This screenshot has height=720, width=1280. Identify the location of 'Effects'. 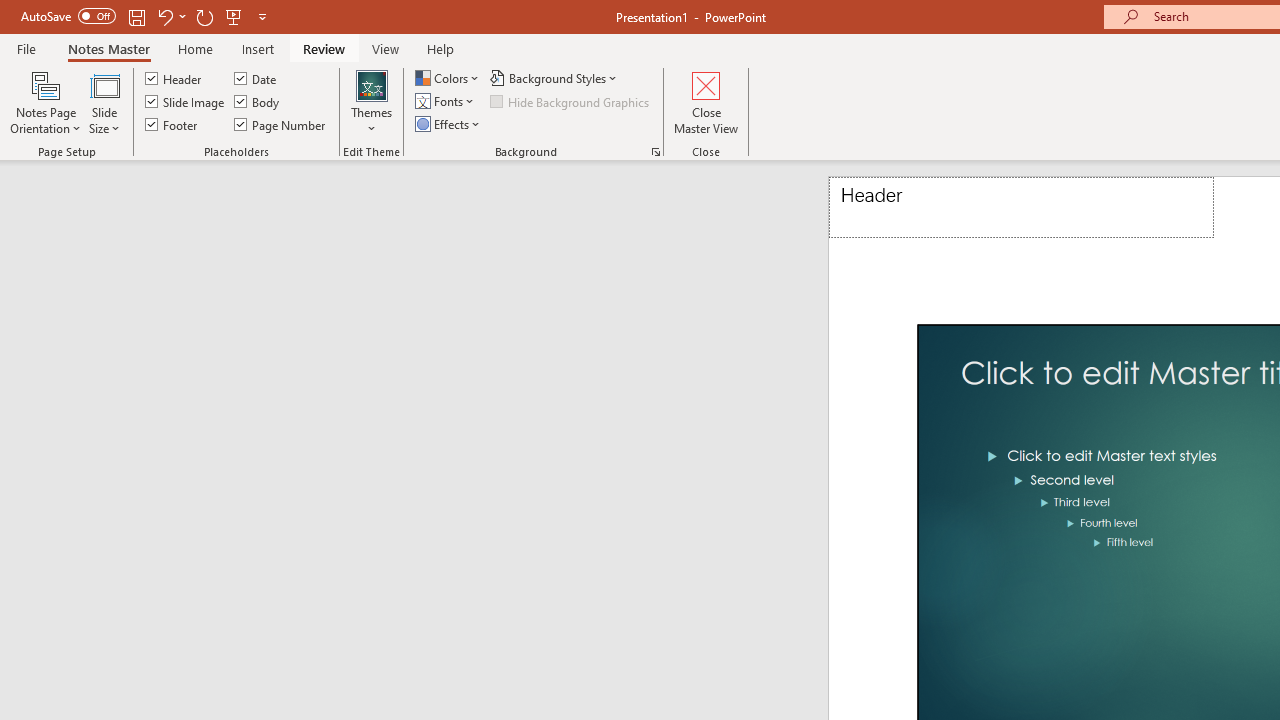
(448, 124).